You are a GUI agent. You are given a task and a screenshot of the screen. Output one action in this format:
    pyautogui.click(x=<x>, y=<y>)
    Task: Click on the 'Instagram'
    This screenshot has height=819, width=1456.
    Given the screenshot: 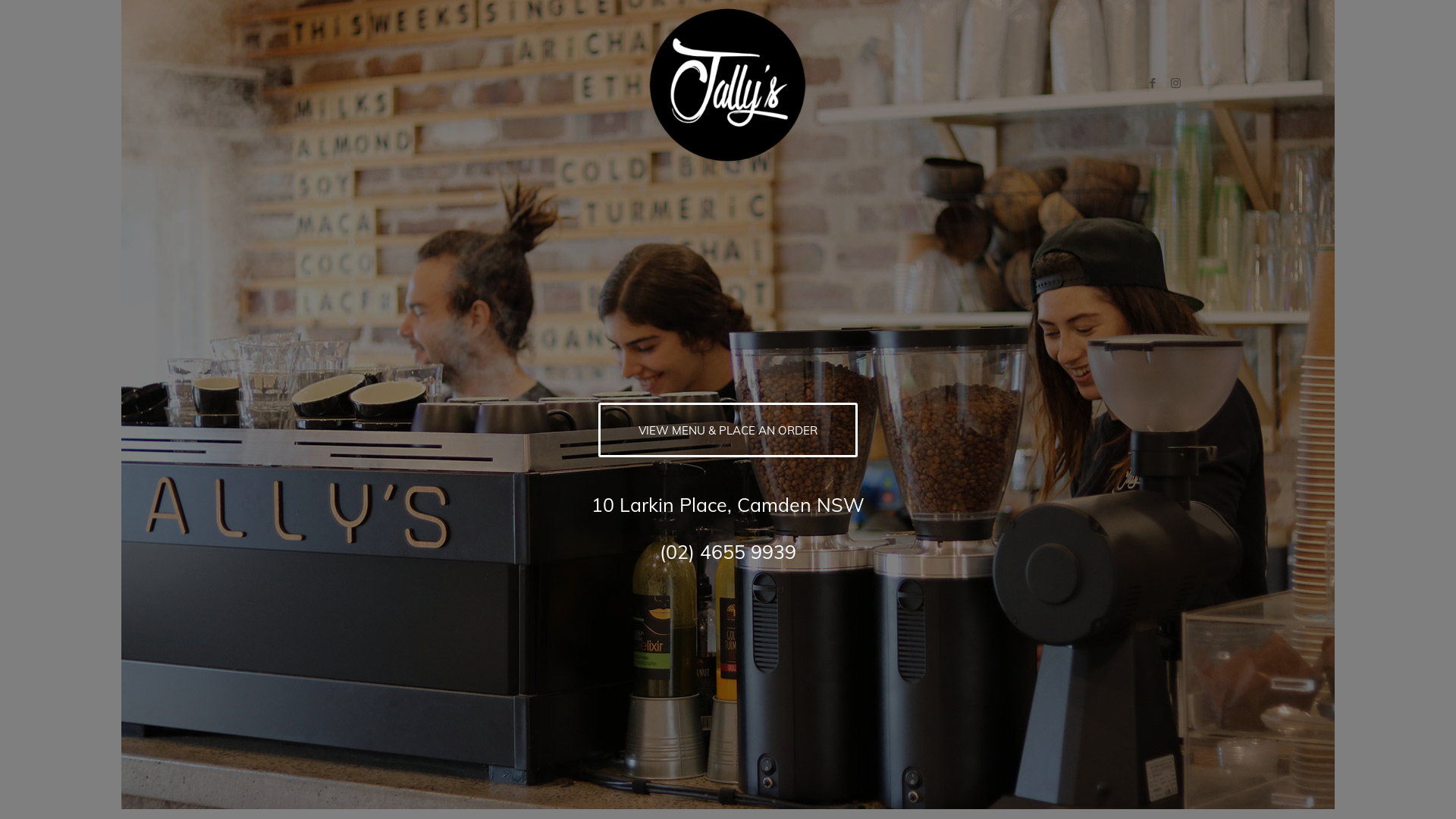 What is the action you would take?
    pyautogui.click(x=1175, y=83)
    